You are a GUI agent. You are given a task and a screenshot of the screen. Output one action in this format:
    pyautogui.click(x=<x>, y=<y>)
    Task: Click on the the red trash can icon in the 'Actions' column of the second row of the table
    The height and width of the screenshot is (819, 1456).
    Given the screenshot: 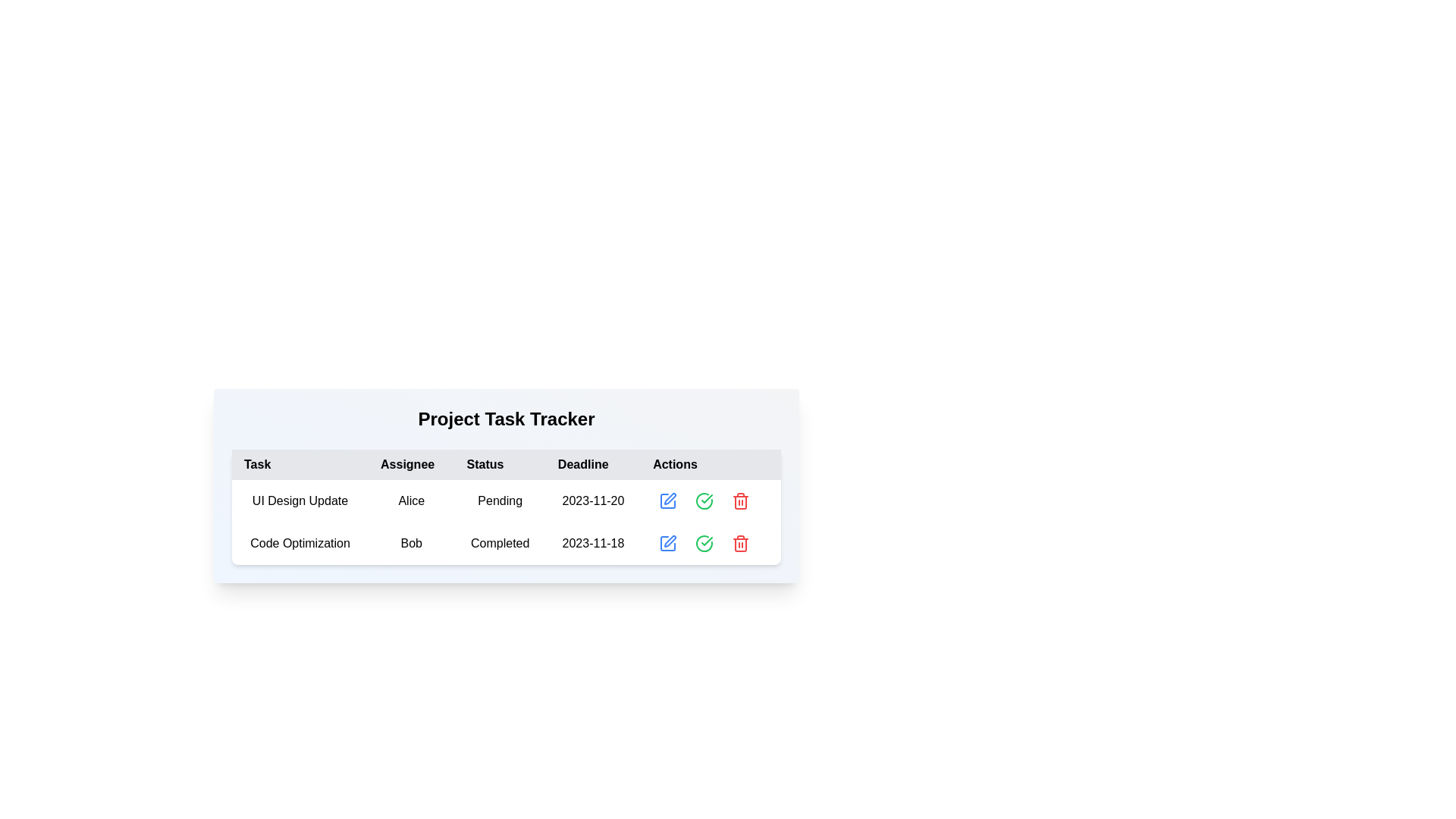 What is the action you would take?
    pyautogui.click(x=741, y=543)
    